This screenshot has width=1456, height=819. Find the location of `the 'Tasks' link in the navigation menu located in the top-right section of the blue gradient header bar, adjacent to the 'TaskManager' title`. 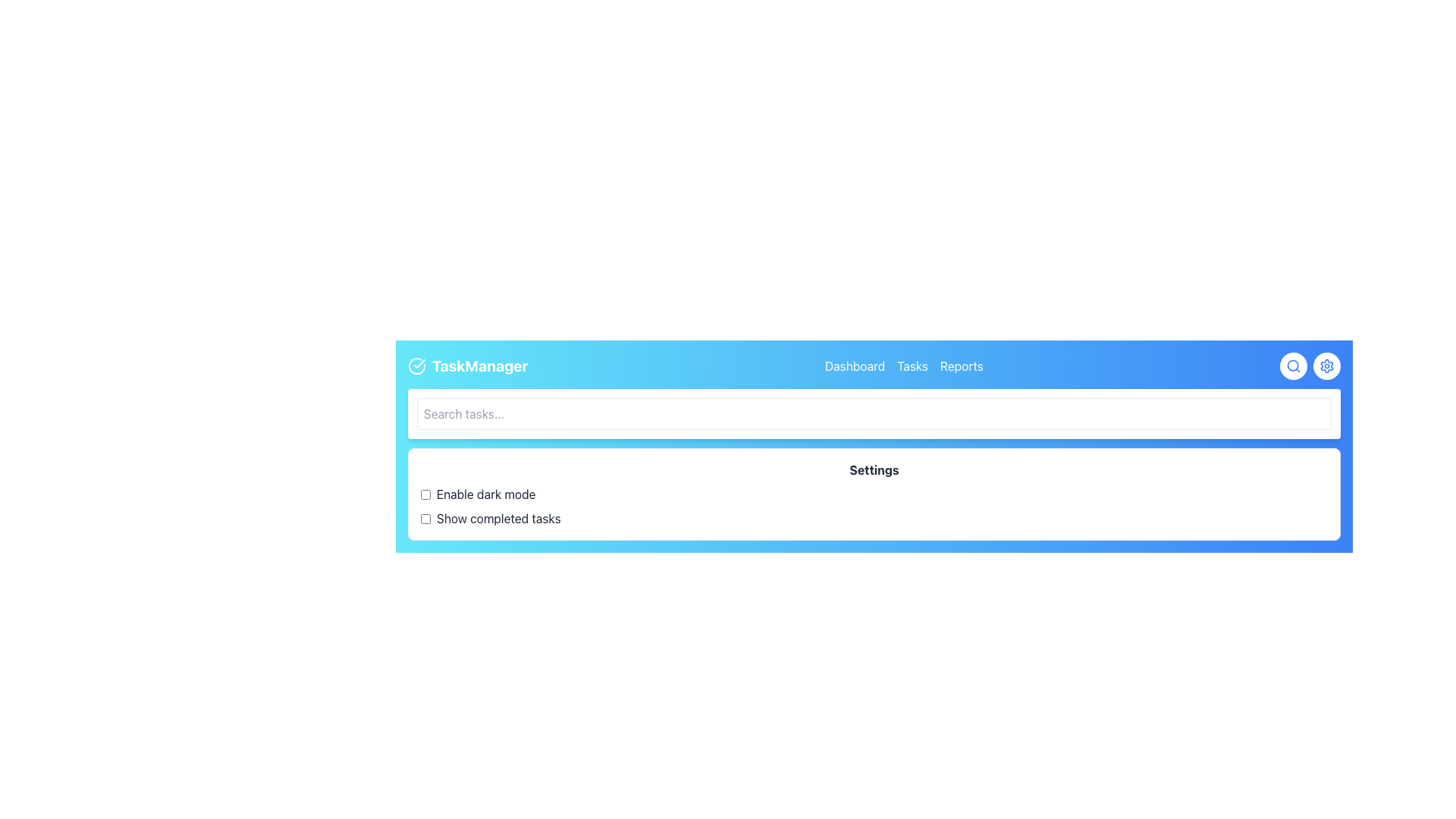

the 'Tasks' link in the navigation menu located in the top-right section of the blue gradient header bar, adjacent to the 'TaskManager' title is located at coordinates (903, 366).